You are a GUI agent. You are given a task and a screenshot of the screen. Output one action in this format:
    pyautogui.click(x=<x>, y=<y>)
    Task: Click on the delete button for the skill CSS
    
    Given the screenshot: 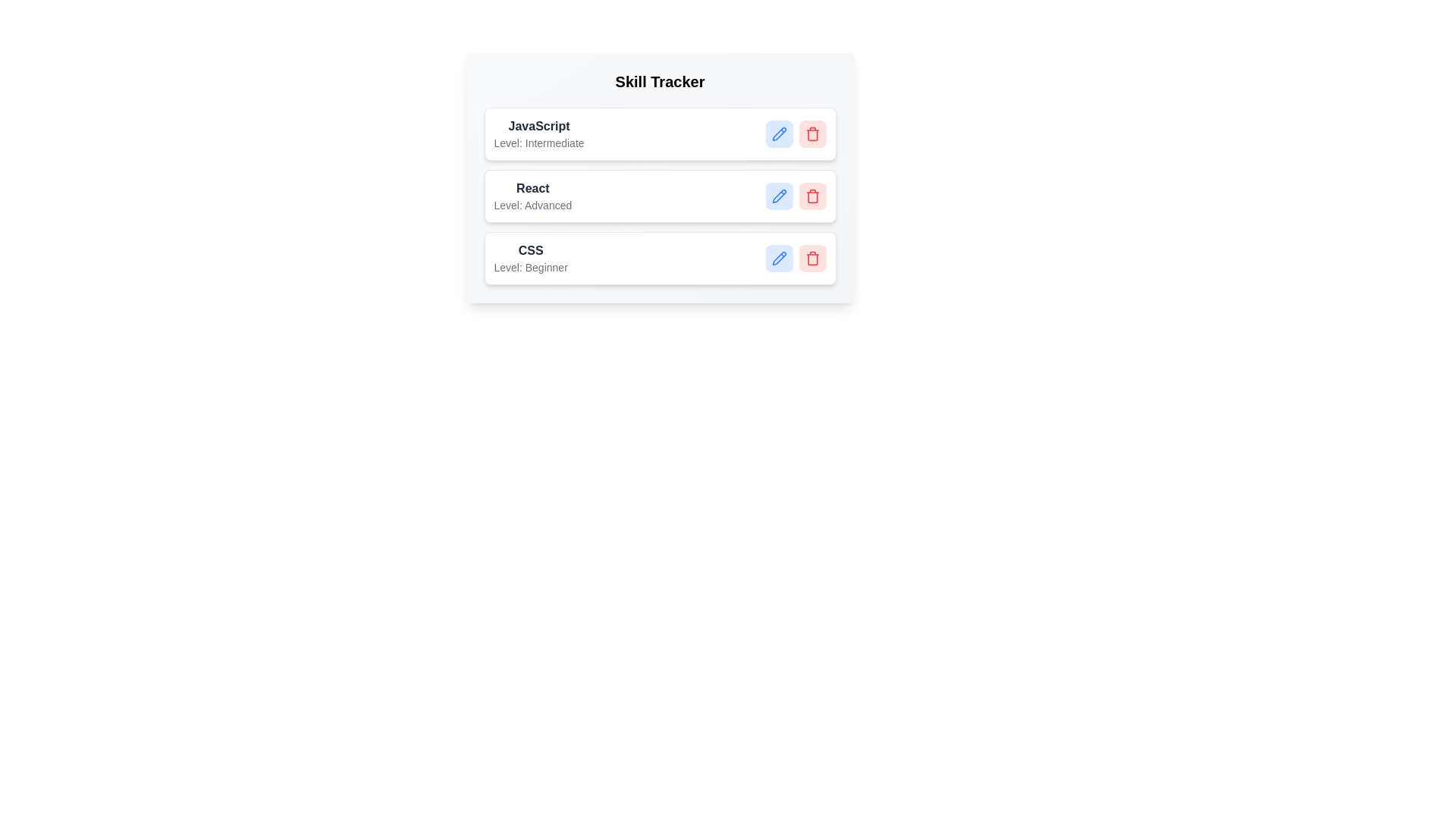 What is the action you would take?
    pyautogui.click(x=811, y=257)
    